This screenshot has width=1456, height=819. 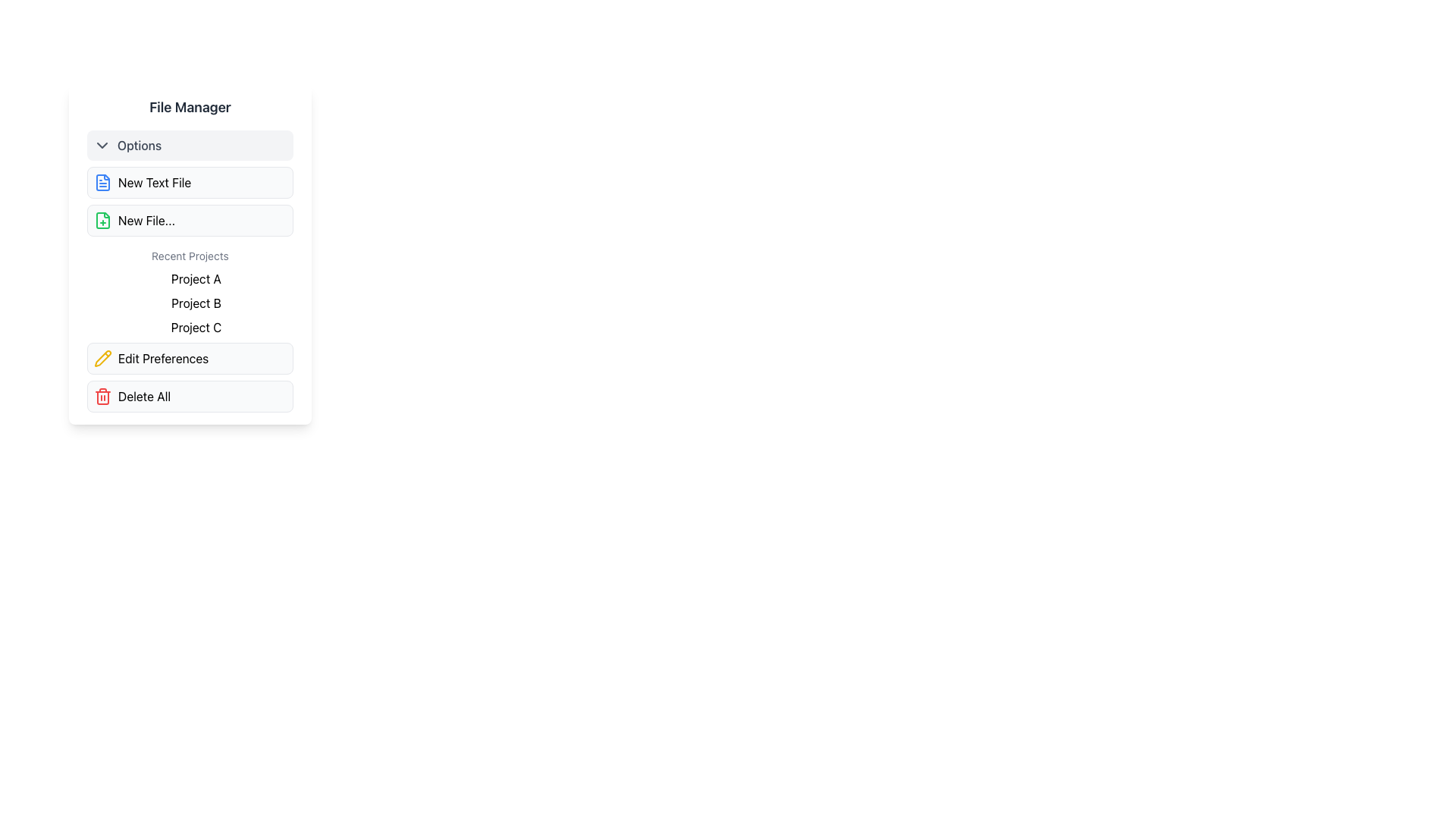 What do you see at coordinates (189, 359) in the screenshot?
I see `the sixth button in the 'File Manager' interface, located below the 'Recent Projects' section and above the 'Delete All' button` at bounding box center [189, 359].